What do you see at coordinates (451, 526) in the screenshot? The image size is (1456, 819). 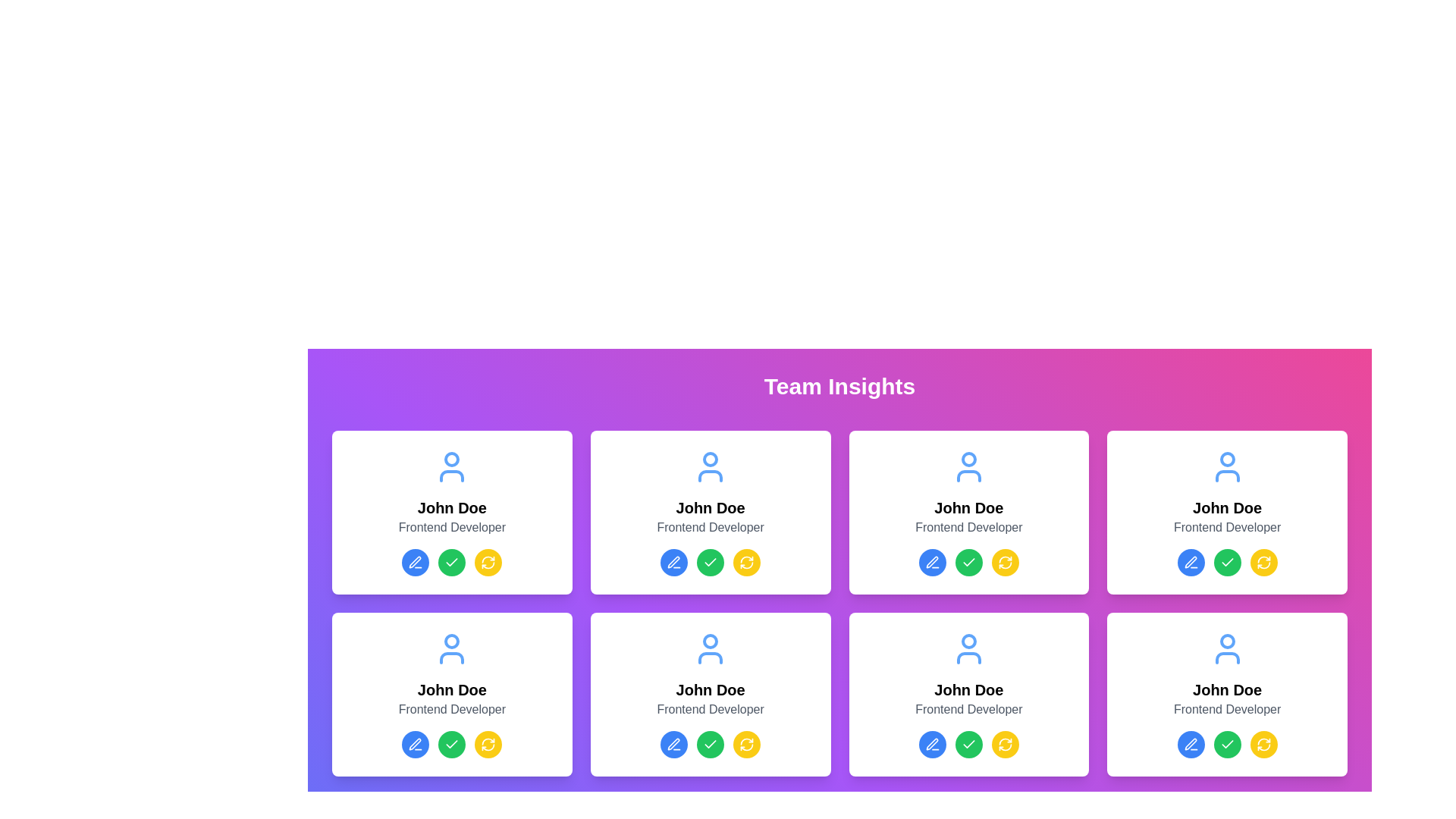 I see `the static text label reading 'Frontend Developer', which is styled in gray and located beneath the bold name 'John Doe' within the card layout` at bounding box center [451, 526].